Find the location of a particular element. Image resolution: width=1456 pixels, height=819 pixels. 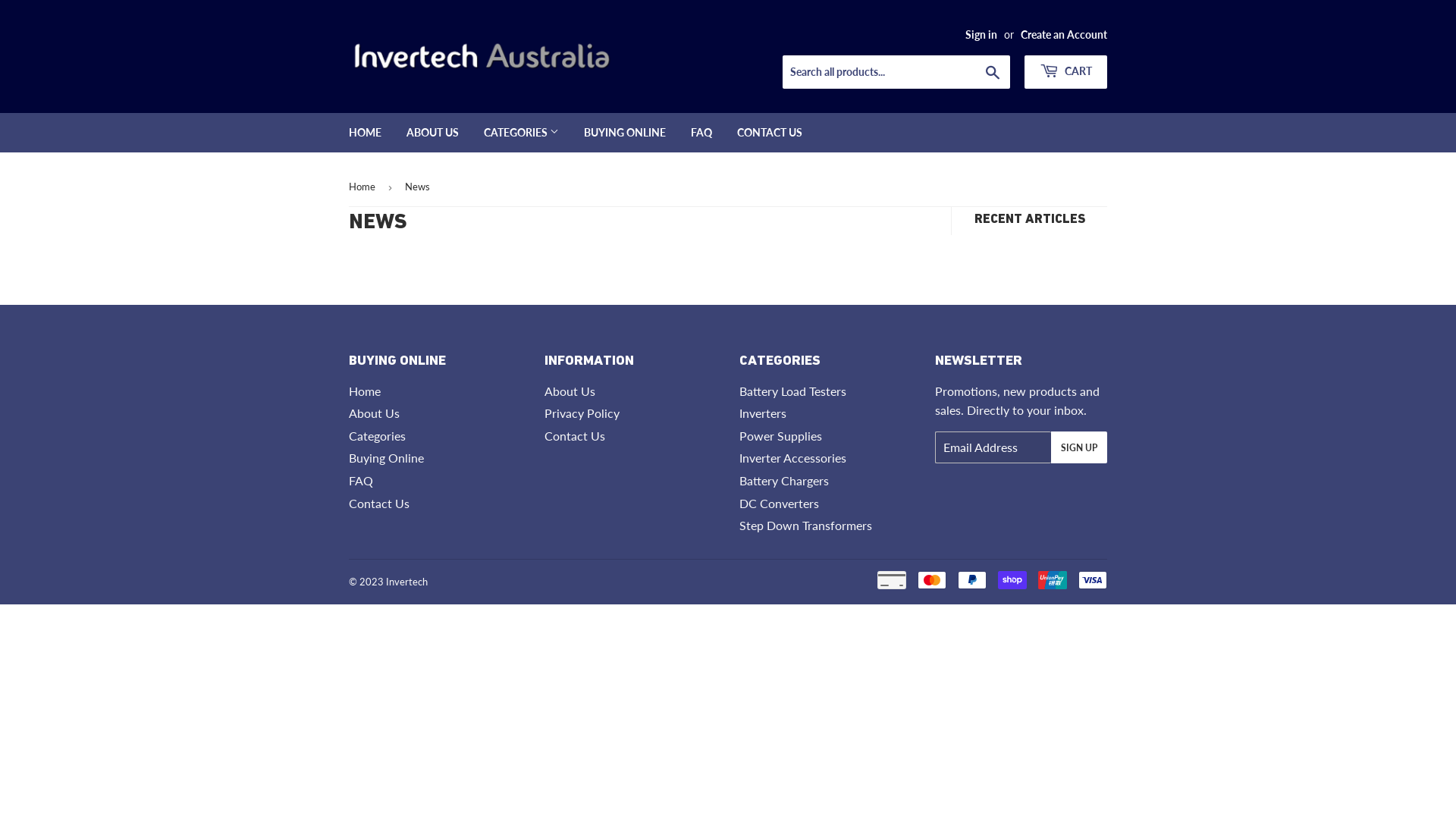

'Invertech' is located at coordinates (406, 581).